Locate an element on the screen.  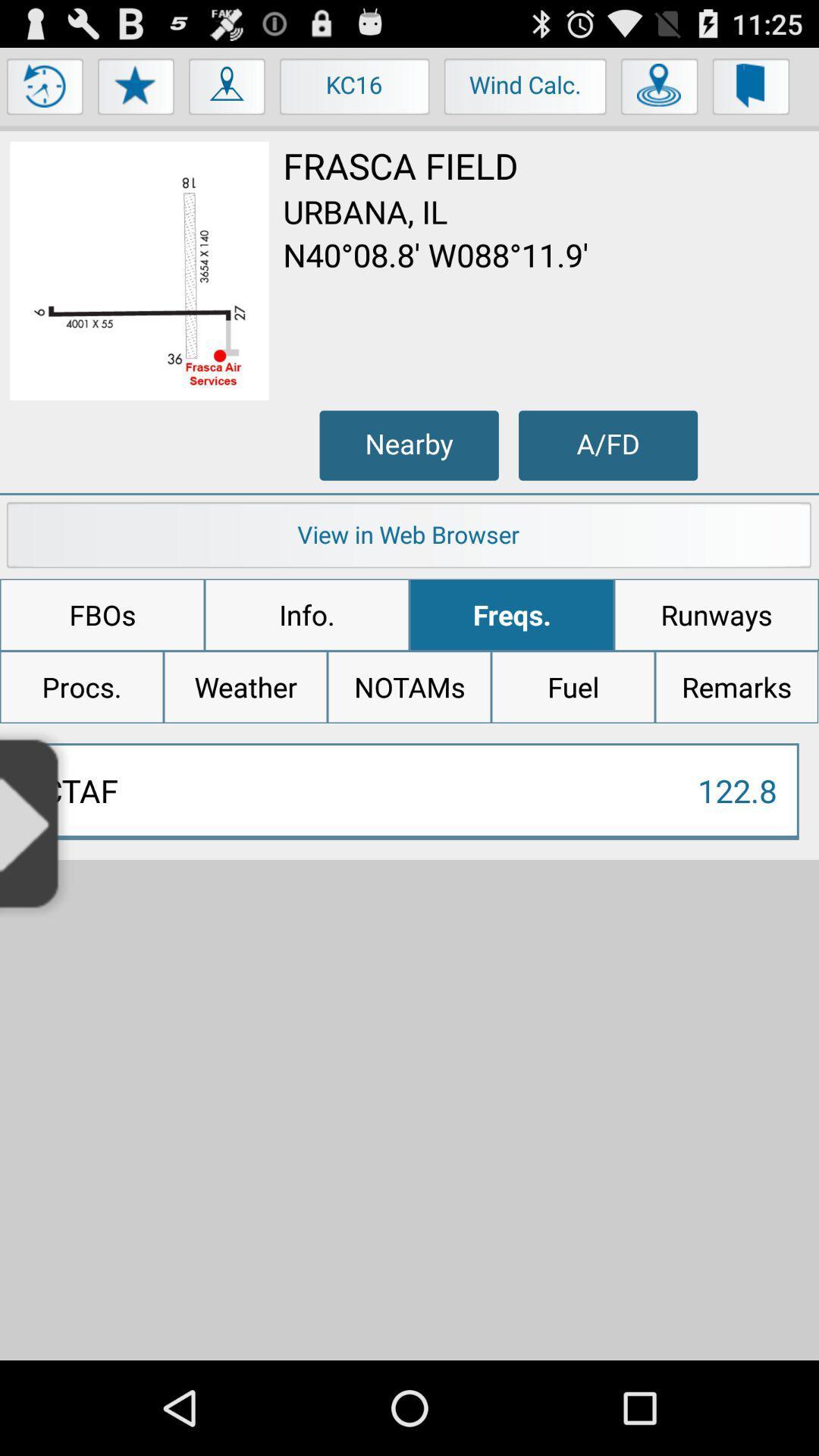
icon next to the notams icon is located at coordinates (245, 686).